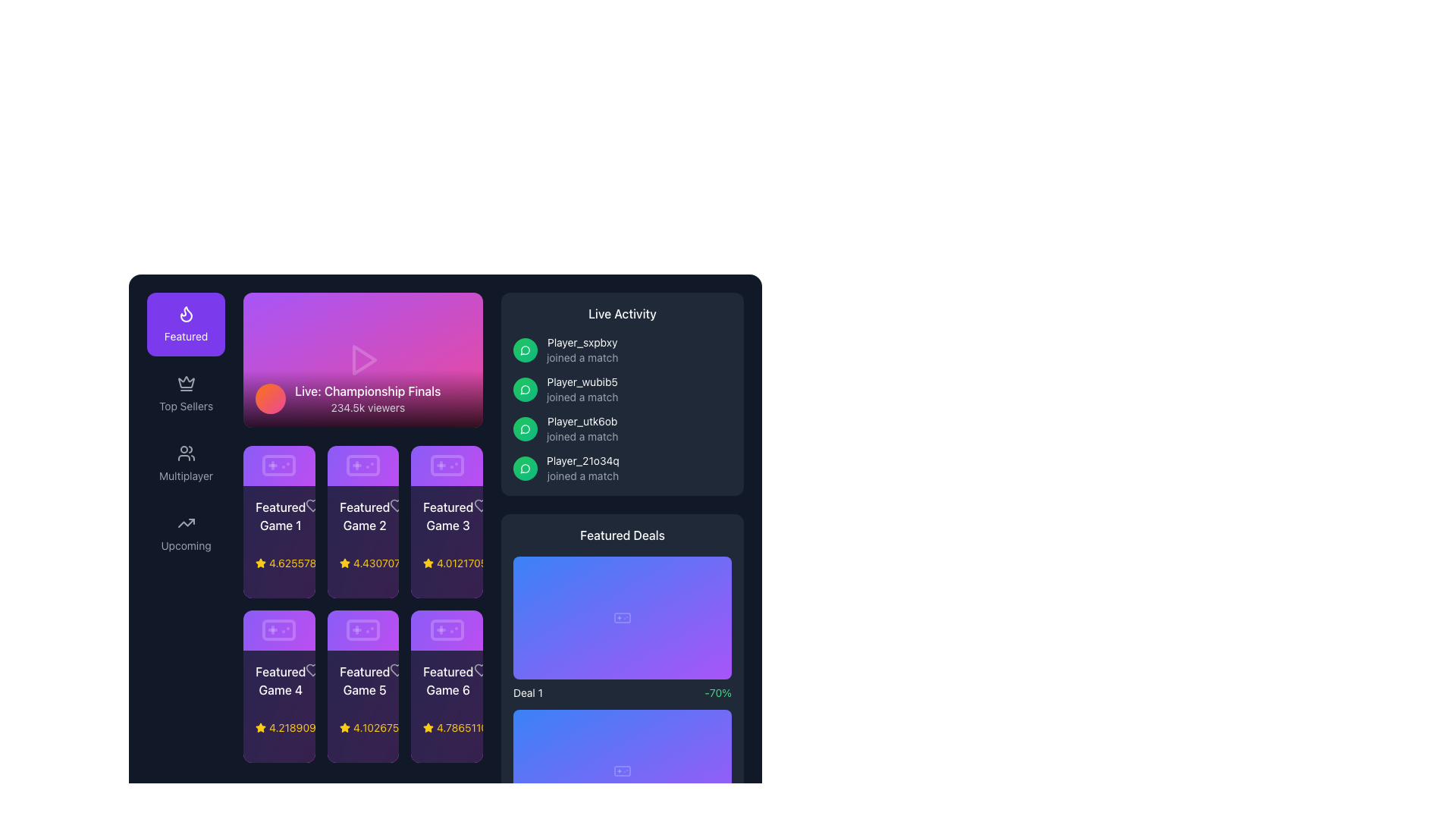  Describe the element at coordinates (261, 563) in the screenshot. I see `the star icon that indicates the rating of the associated game, located next to the rating value below the 'Featured Game 5' card in the second row and second column of the grid layout in the featured section` at that location.